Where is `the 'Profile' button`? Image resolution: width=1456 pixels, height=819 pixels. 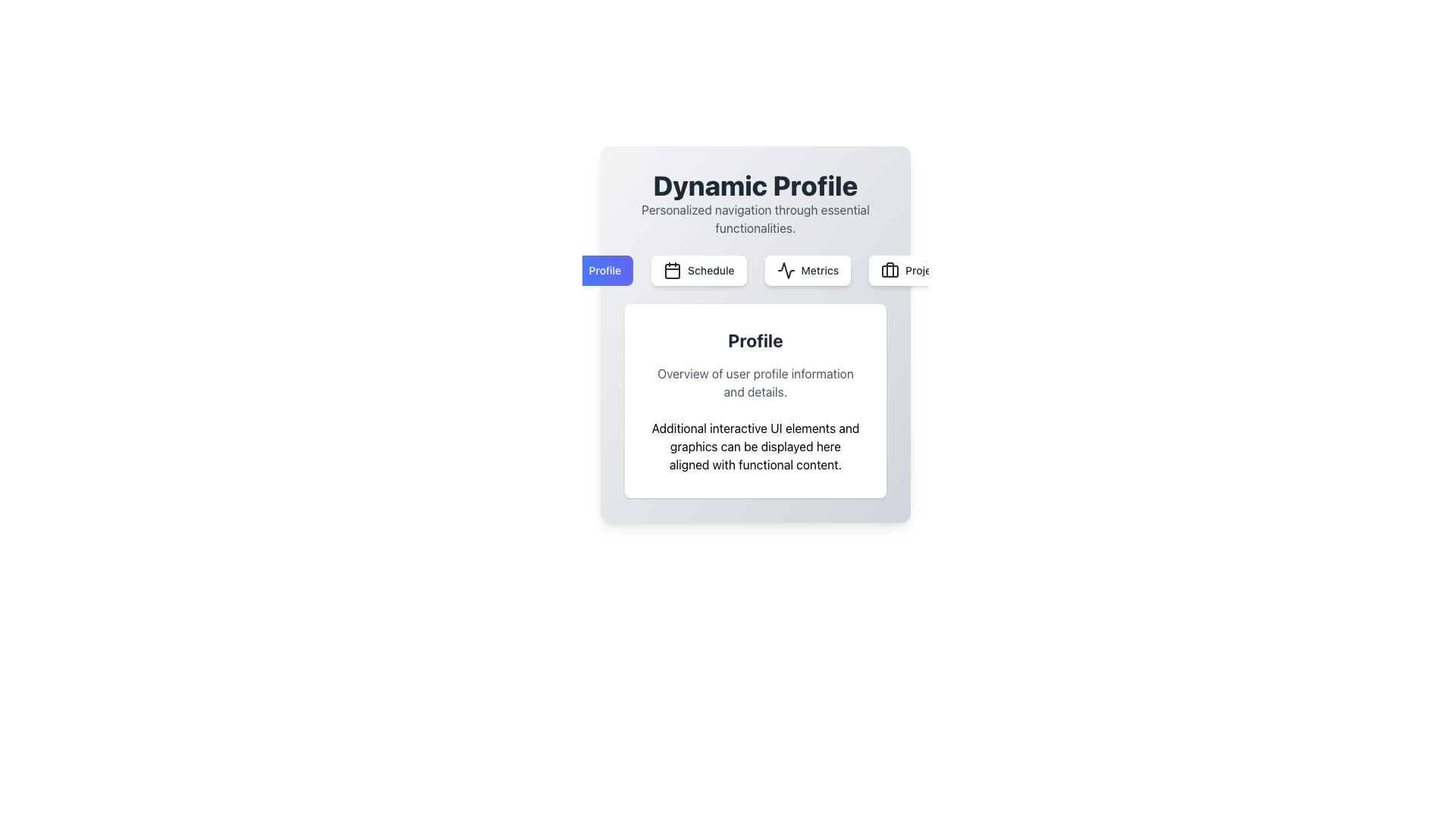
the 'Profile' button is located at coordinates (591, 270).